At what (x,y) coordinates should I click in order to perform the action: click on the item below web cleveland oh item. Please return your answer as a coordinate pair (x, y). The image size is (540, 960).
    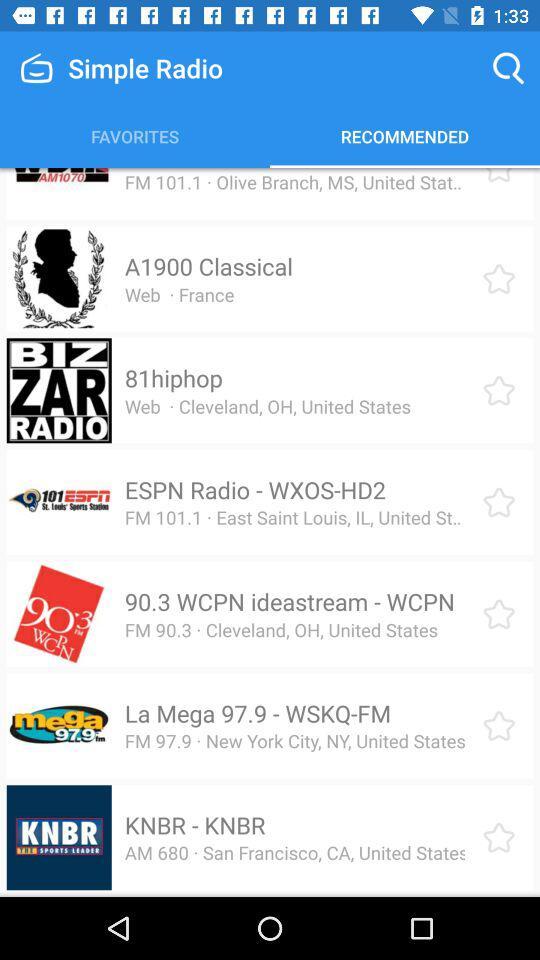
    Looking at the image, I should click on (255, 488).